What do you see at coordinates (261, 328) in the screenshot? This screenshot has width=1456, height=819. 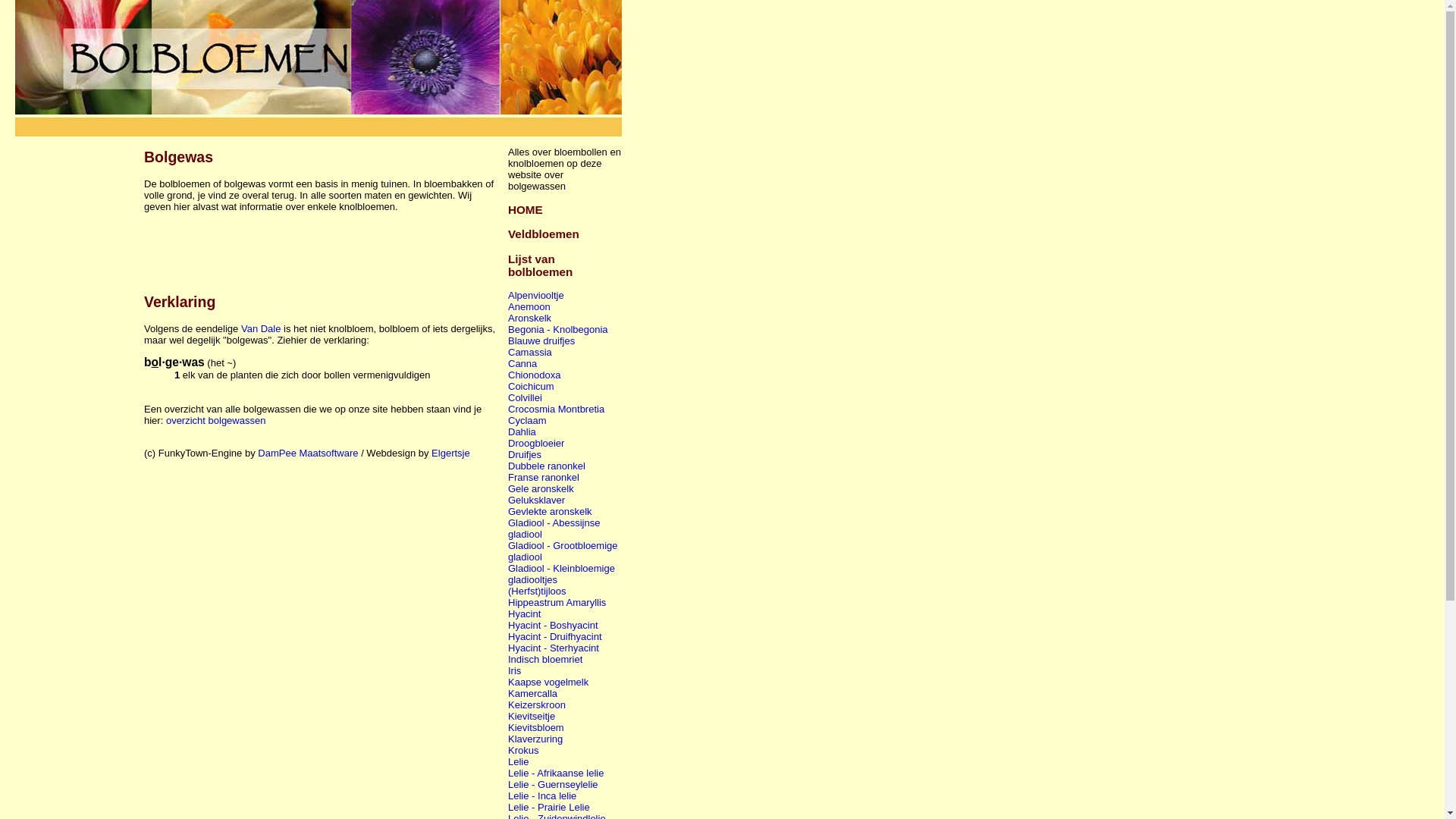 I see `'Van Dale'` at bounding box center [261, 328].